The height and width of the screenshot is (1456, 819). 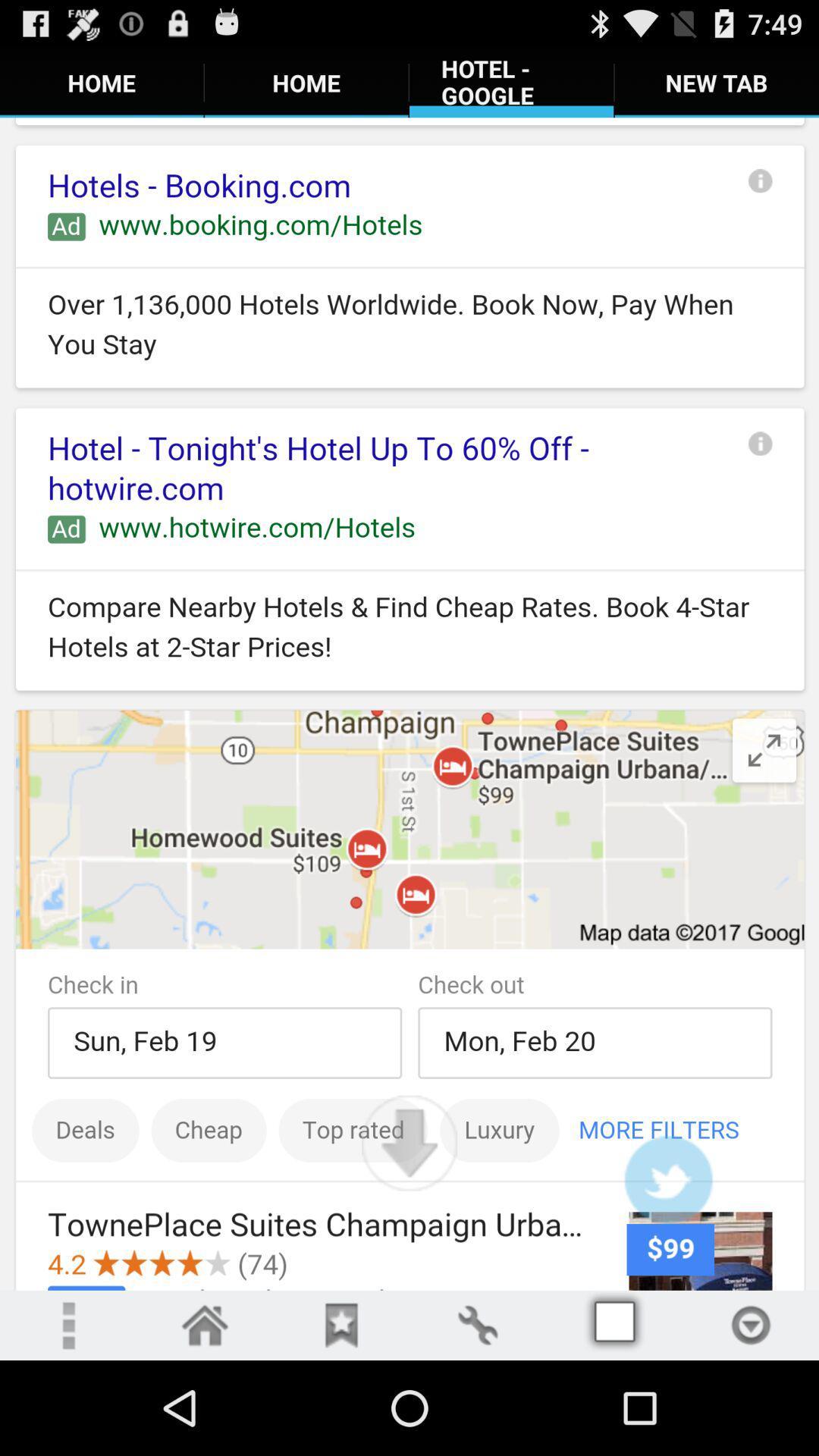 What do you see at coordinates (667, 1178) in the screenshot?
I see `twitter button` at bounding box center [667, 1178].